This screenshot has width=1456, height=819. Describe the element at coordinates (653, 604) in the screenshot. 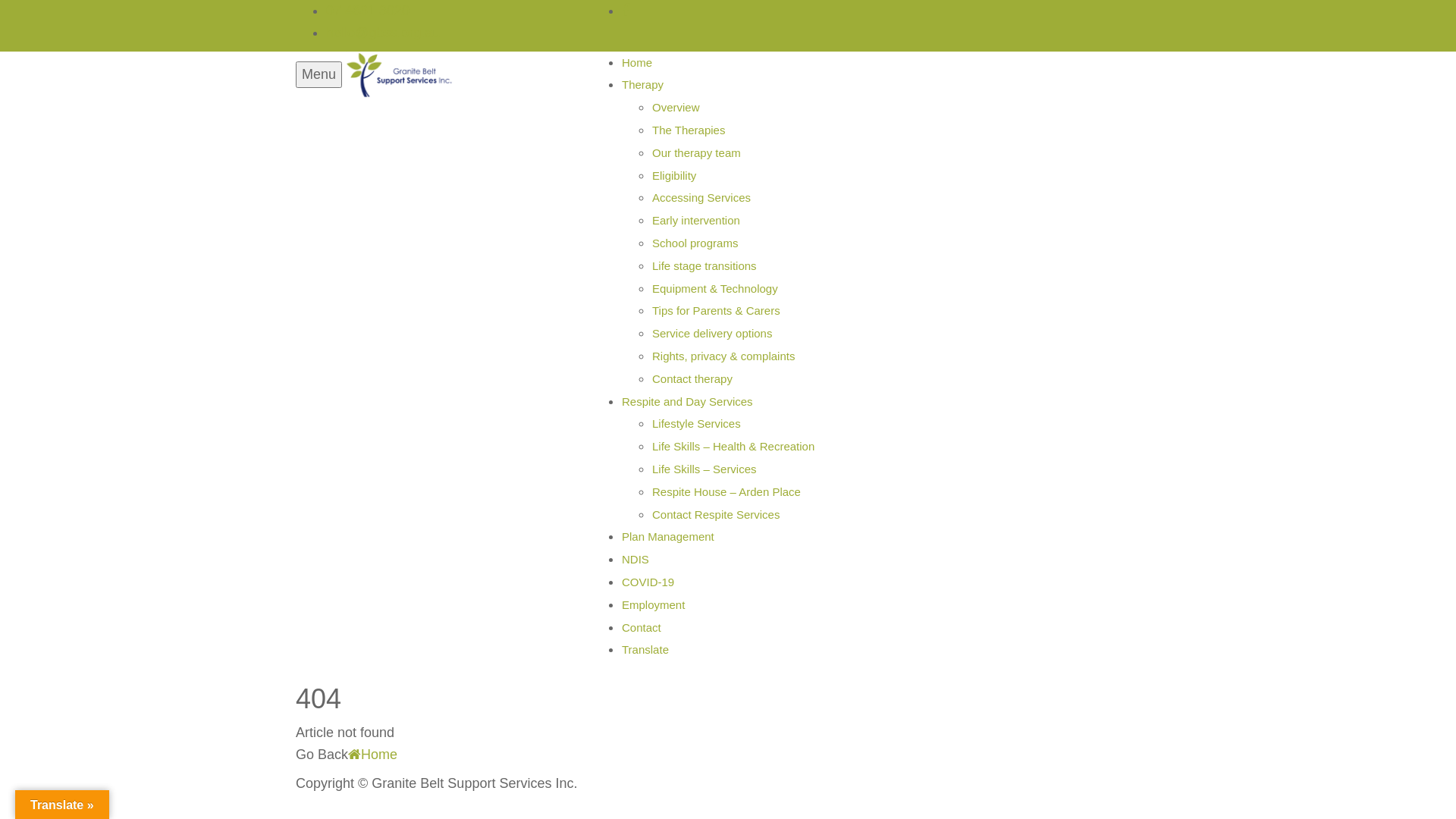

I see `'Employment'` at that location.